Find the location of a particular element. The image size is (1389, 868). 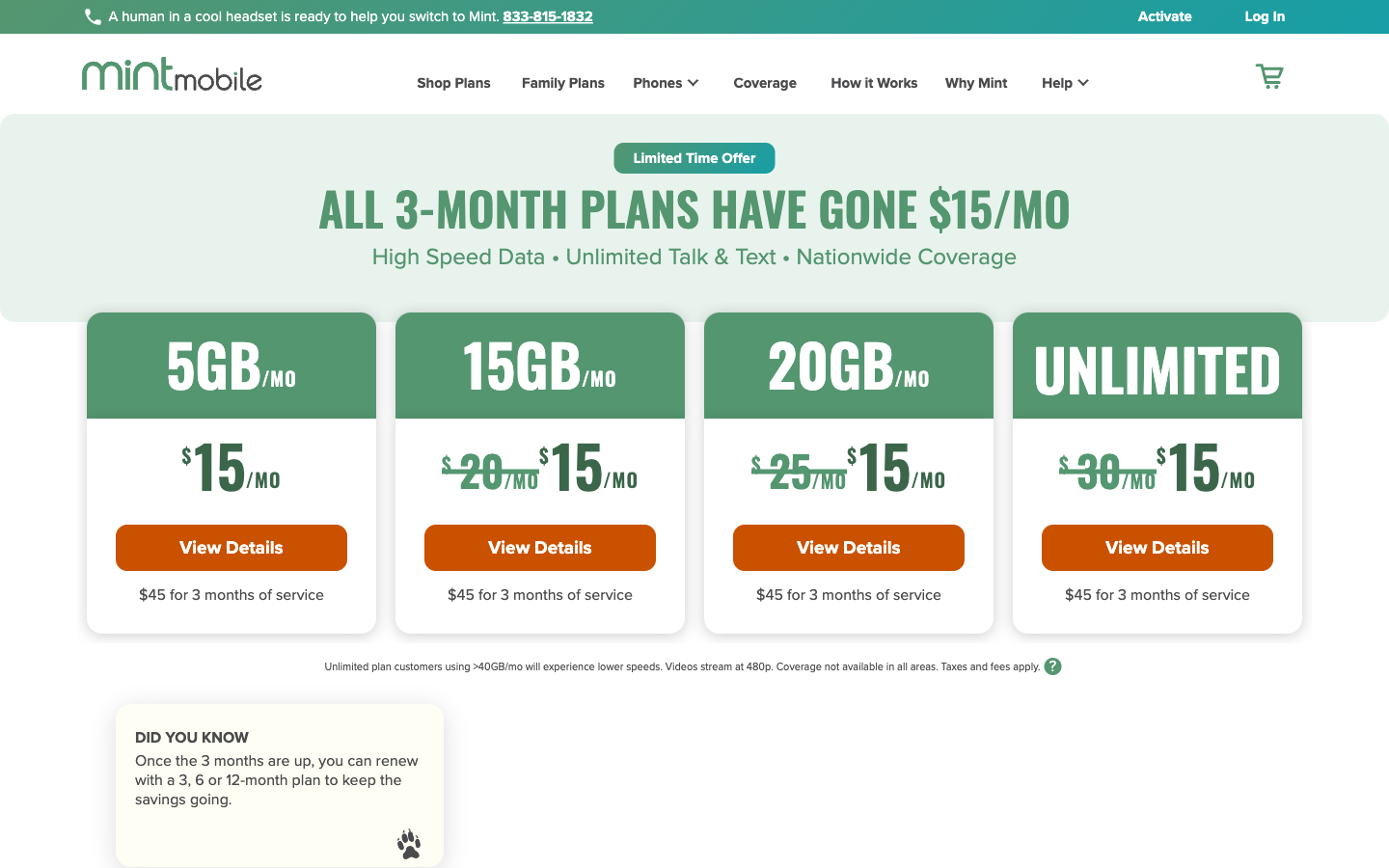

Vist the Mint Mobile Homepage is located at coordinates (171, 72).